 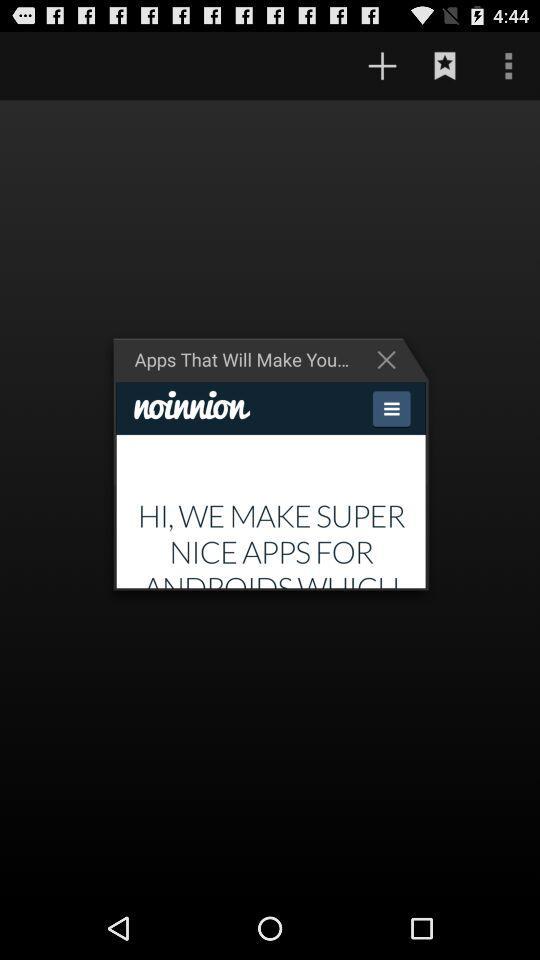 What do you see at coordinates (508, 70) in the screenshot?
I see `the more icon` at bounding box center [508, 70].